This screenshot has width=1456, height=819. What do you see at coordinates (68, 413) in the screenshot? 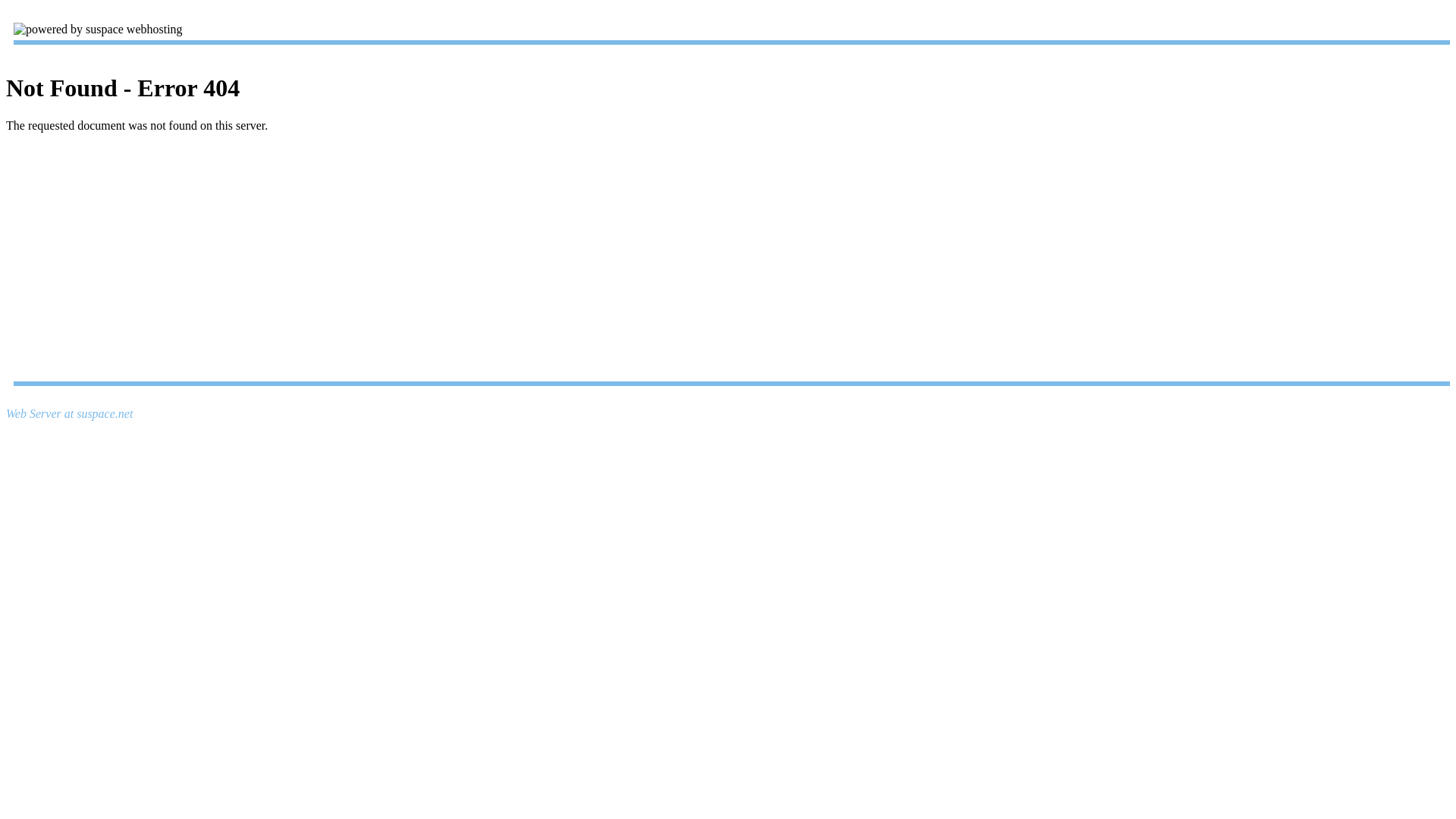
I see `'Web Server at suspace.net'` at bounding box center [68, 413].